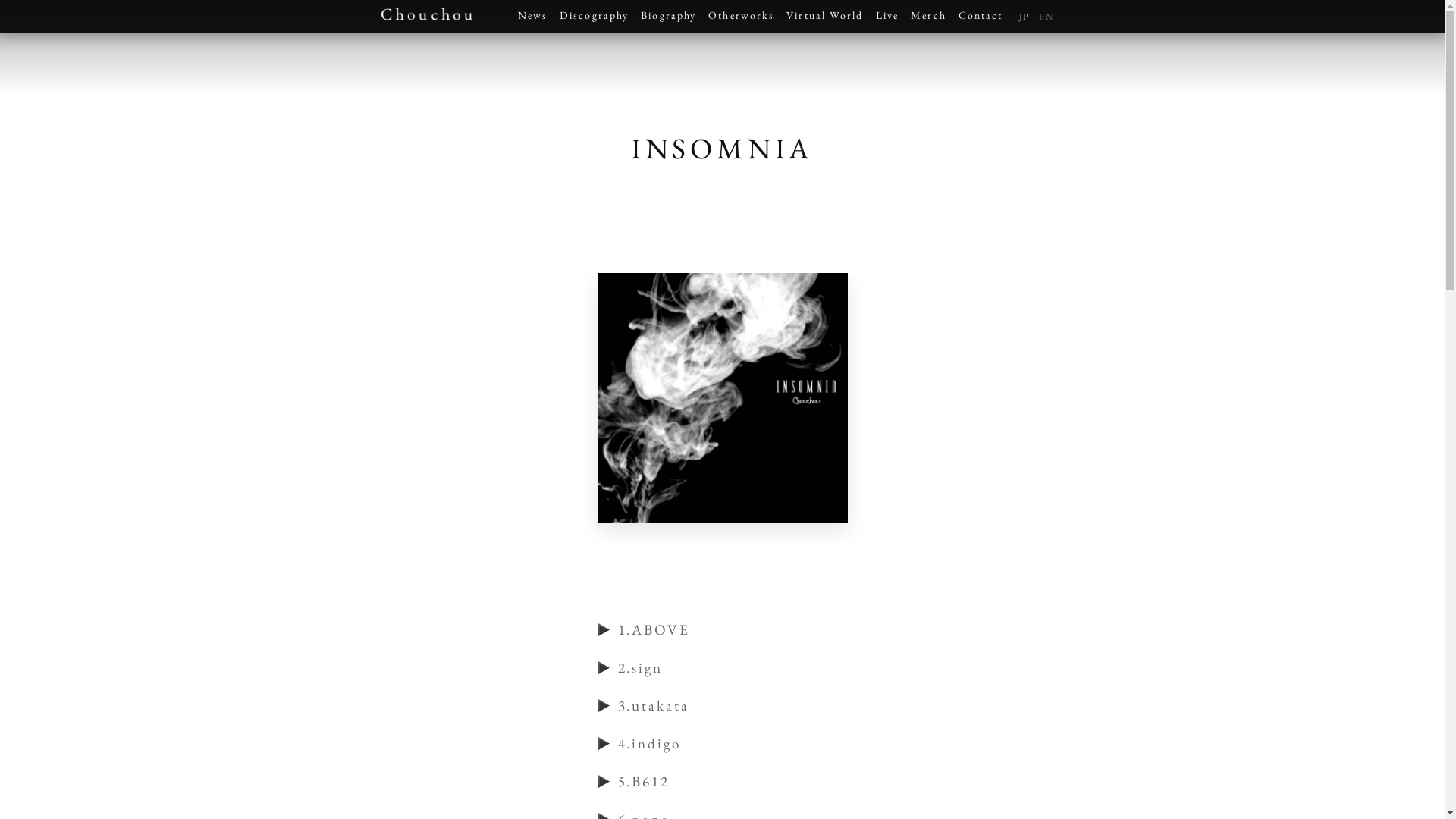  What do you see at coordinates (593, 16) in the screenshot?
I see `'Discography'` at bounding box center [593, 16].